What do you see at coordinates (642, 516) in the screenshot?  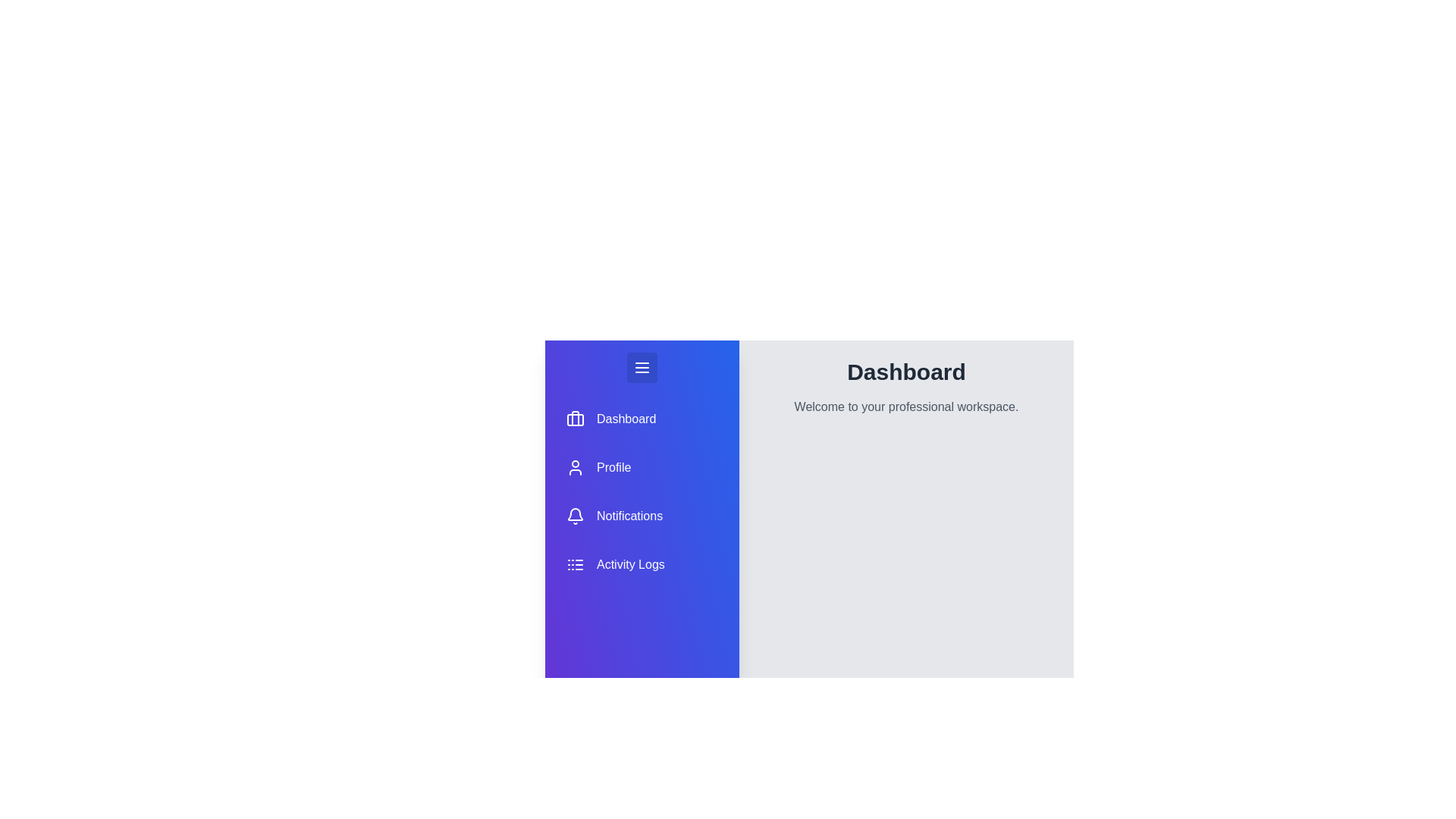 I see `the menu item corresponding to Notifications to navigate to its respective section` at bounding box center [642, 516].